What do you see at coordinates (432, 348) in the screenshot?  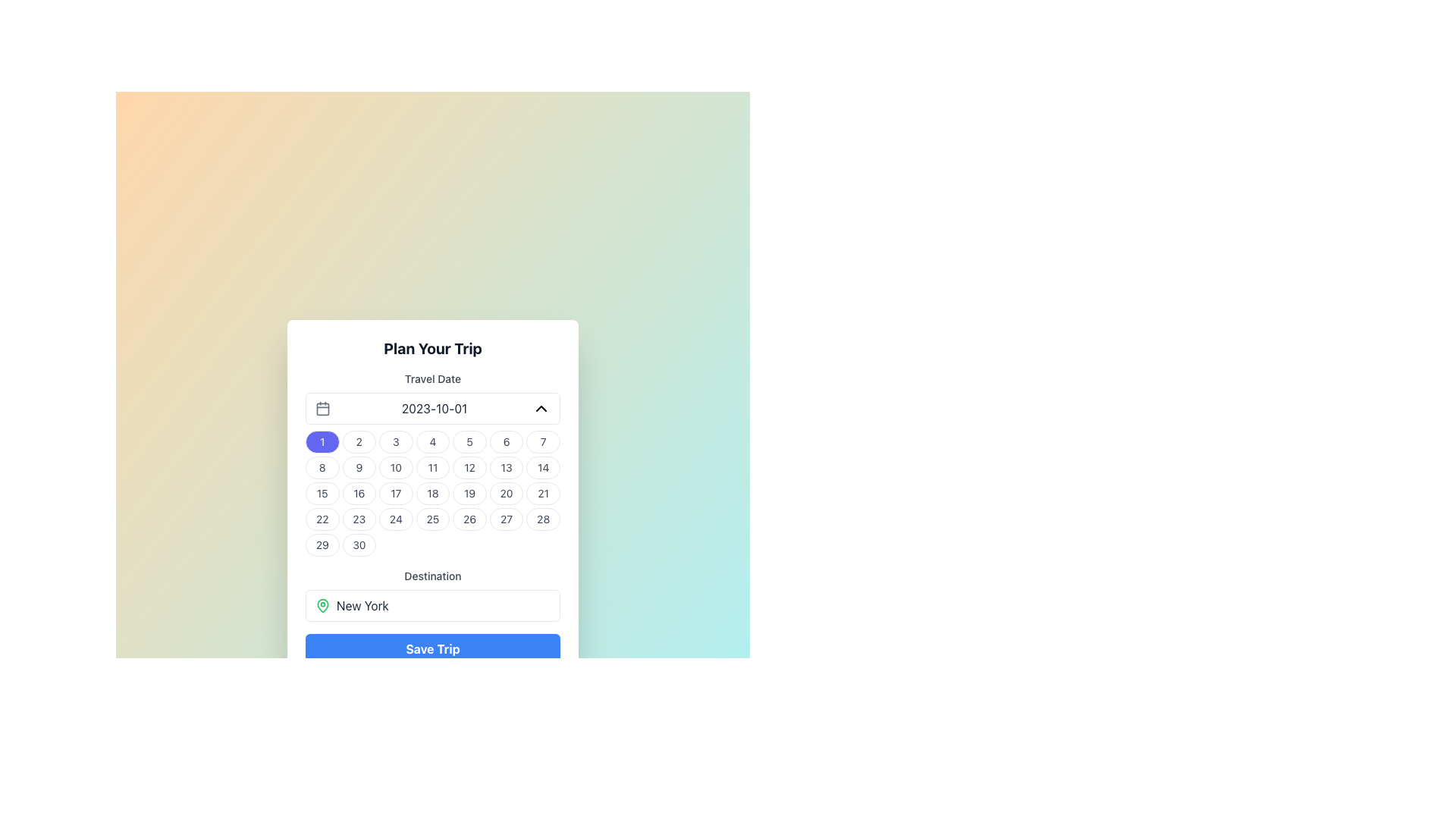 I see `bold header text 'Plan Your Trip' located at the top of the trip planning interface` at bounding box center [432, 348].